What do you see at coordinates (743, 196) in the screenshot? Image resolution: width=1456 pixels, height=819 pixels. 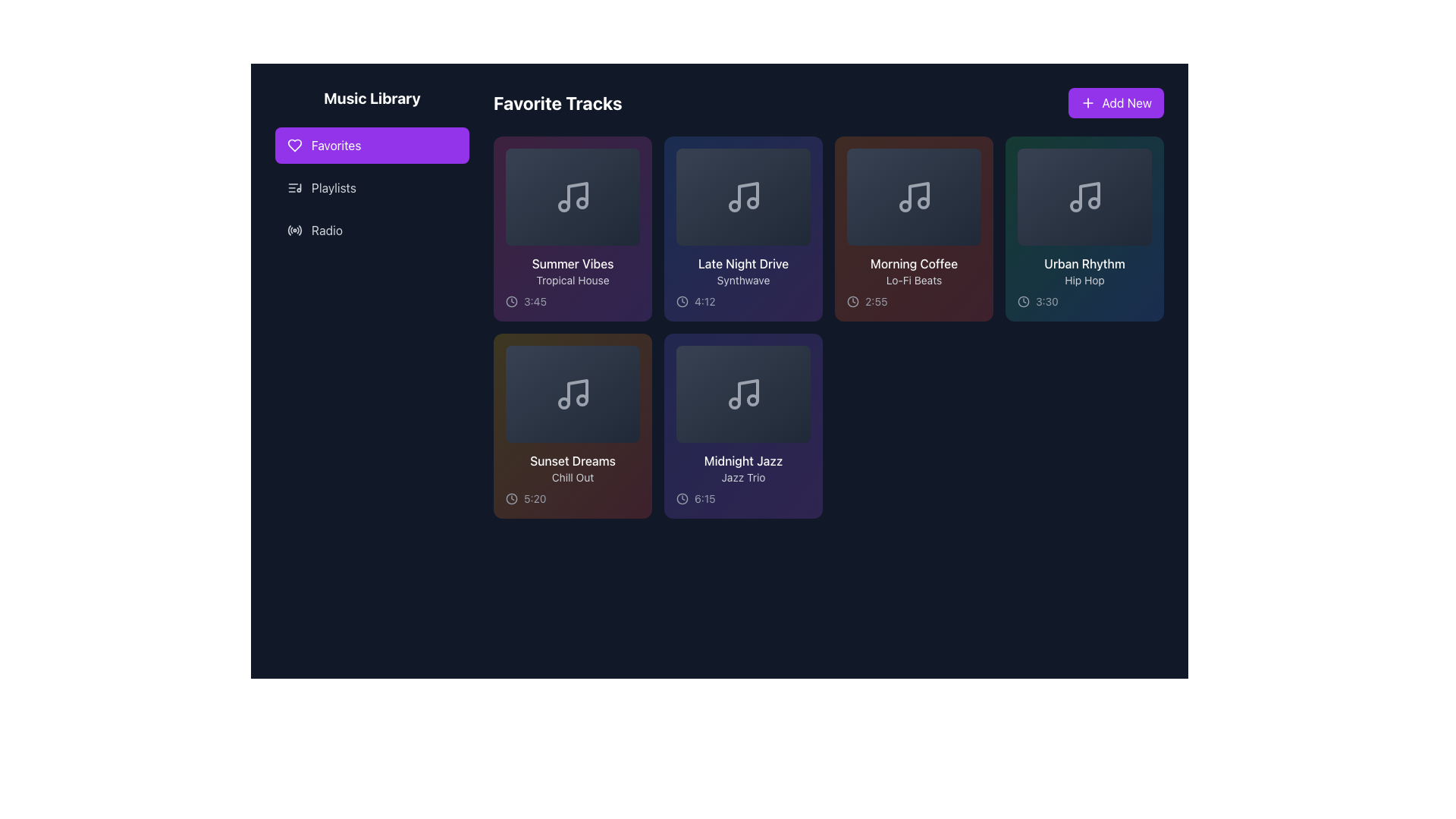 I see `the gradient-background rectangular tile featuring a music note icon, which is located above the 'Late Night Drive' label in the second column, first row of the grid layout` at bounding box center [743, 196].